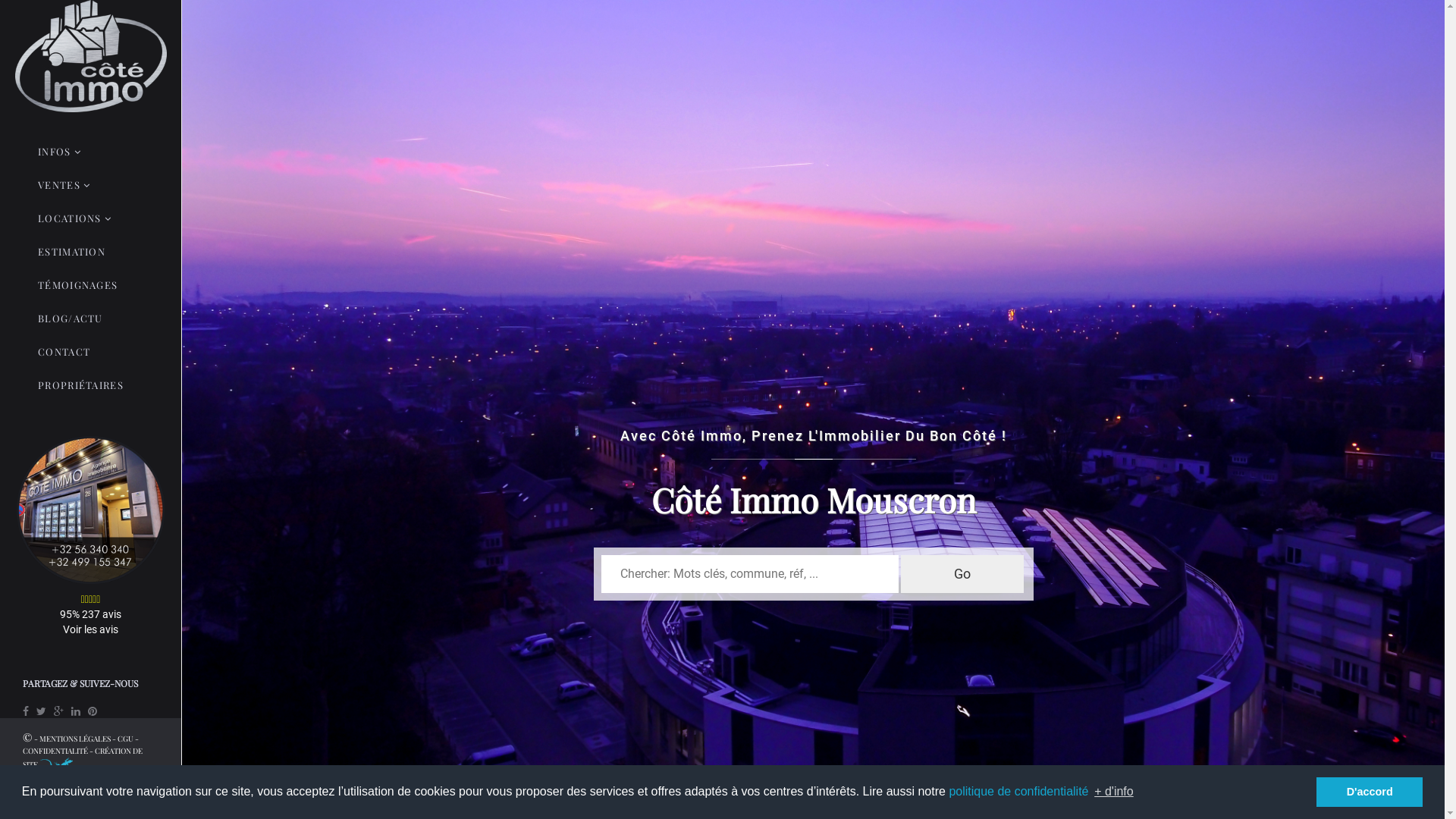 The image size is (1456, 819). What do you see at coordinates (63, 351) in the screenshot?
I see `'CONTACT'` at bounding box center [63, 351].